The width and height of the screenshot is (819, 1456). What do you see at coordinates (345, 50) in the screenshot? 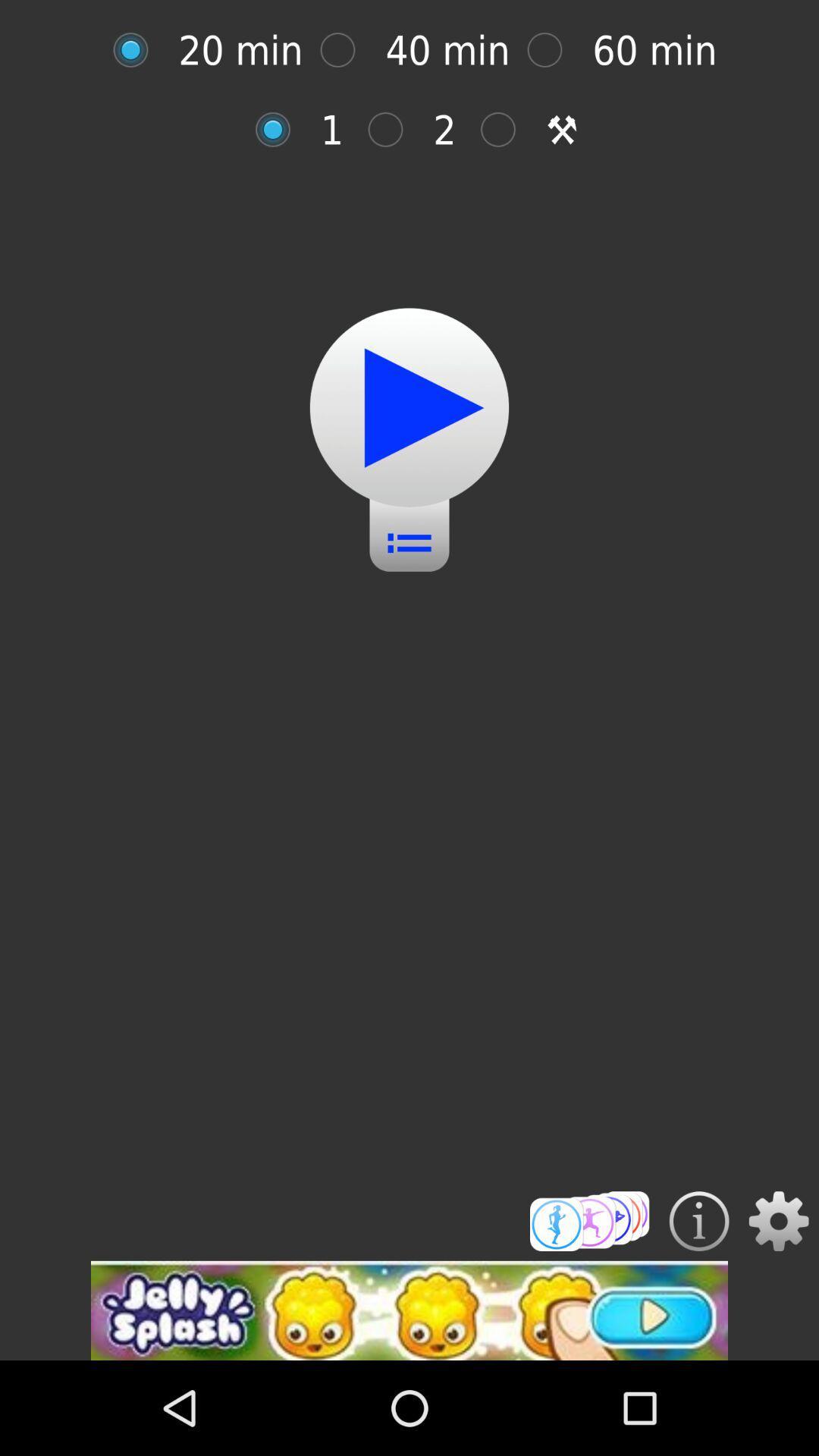
I see `page` at bounding box center [345, 50].